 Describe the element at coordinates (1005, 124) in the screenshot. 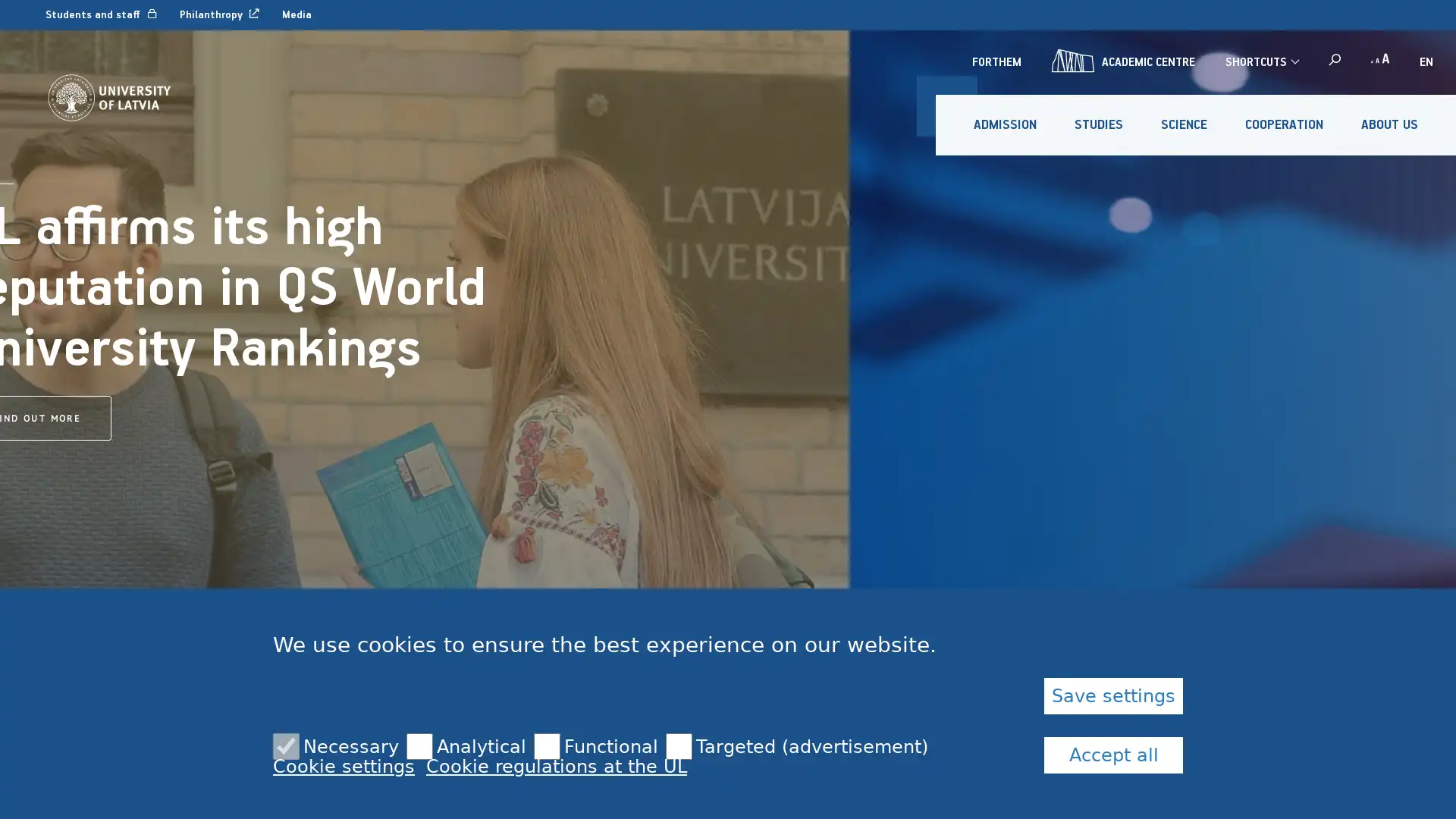

I see `ADMISSION` at that location.